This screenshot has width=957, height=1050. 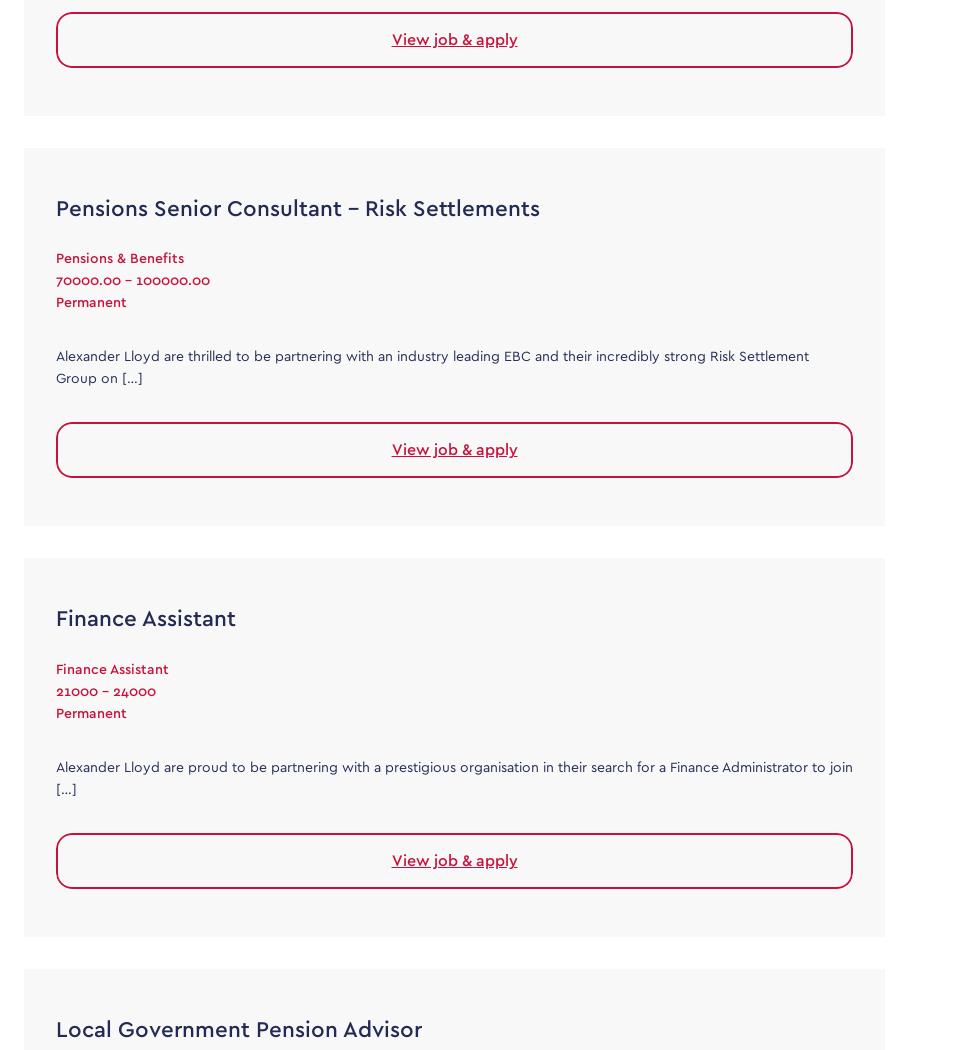 What do you see at coordinates (120, 259) in the screenshot?
I see `'Pensions & Benefits'` at bounding box center [120, 259].